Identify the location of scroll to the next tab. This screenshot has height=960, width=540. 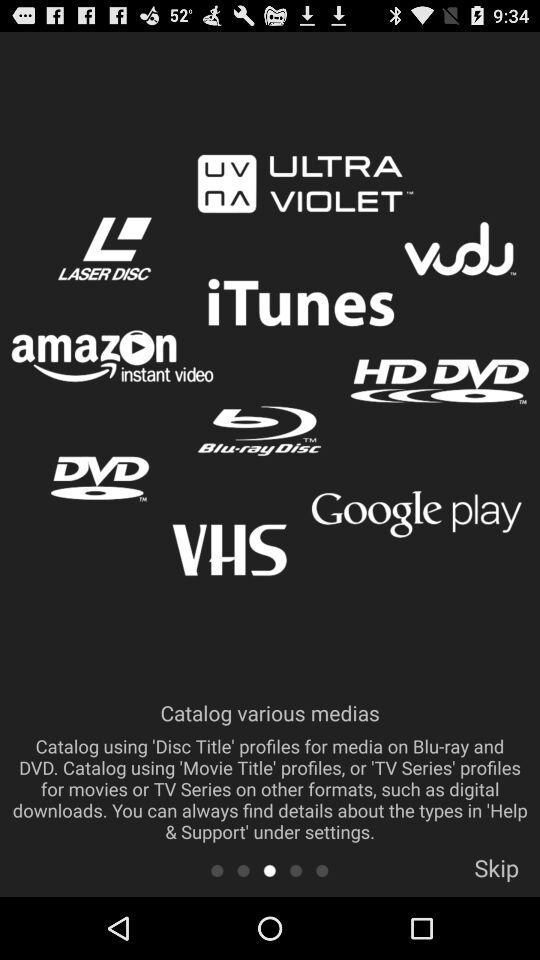
(322, 869).